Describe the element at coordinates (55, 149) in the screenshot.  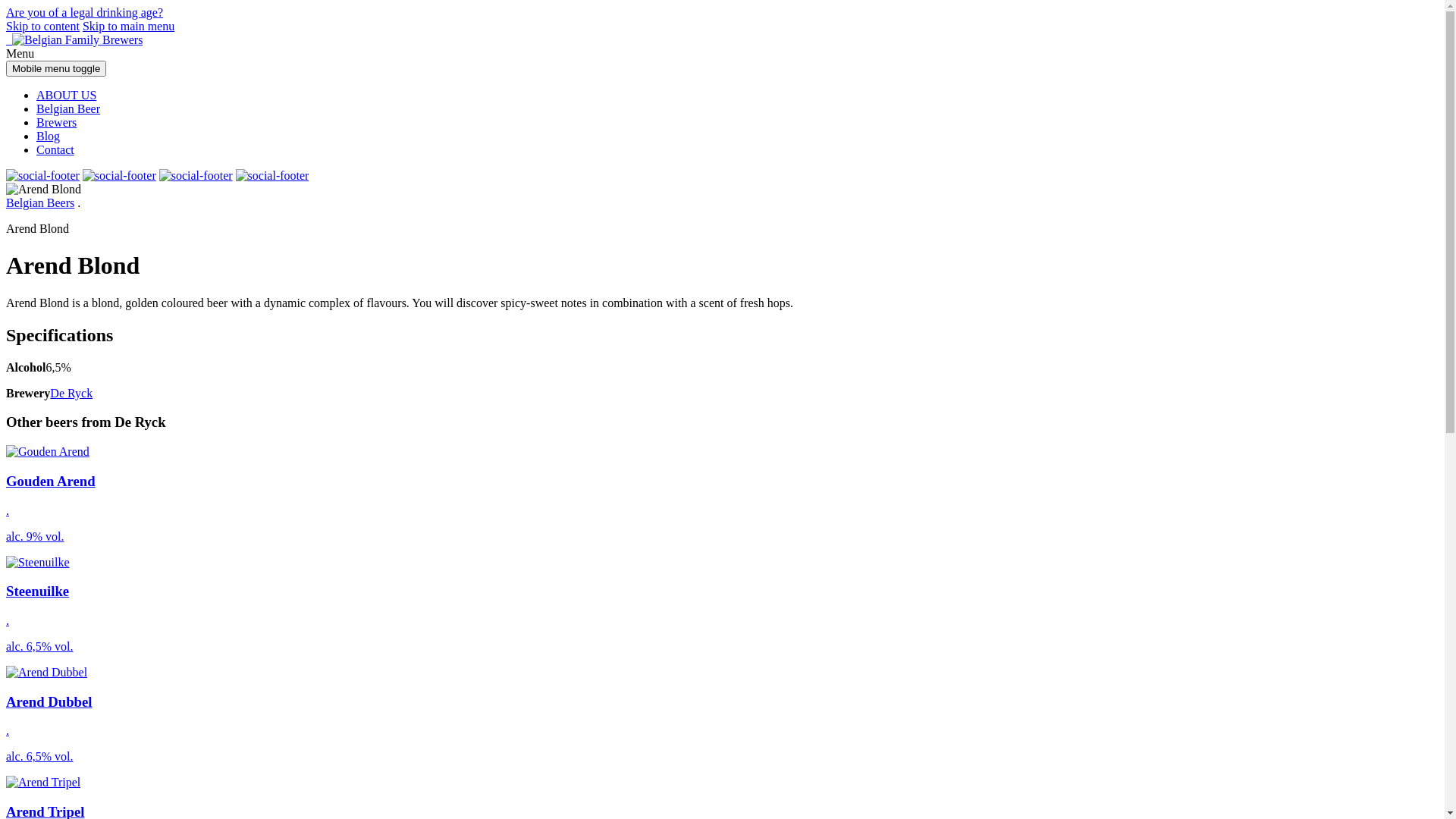
I see `'Contact'` at that location.